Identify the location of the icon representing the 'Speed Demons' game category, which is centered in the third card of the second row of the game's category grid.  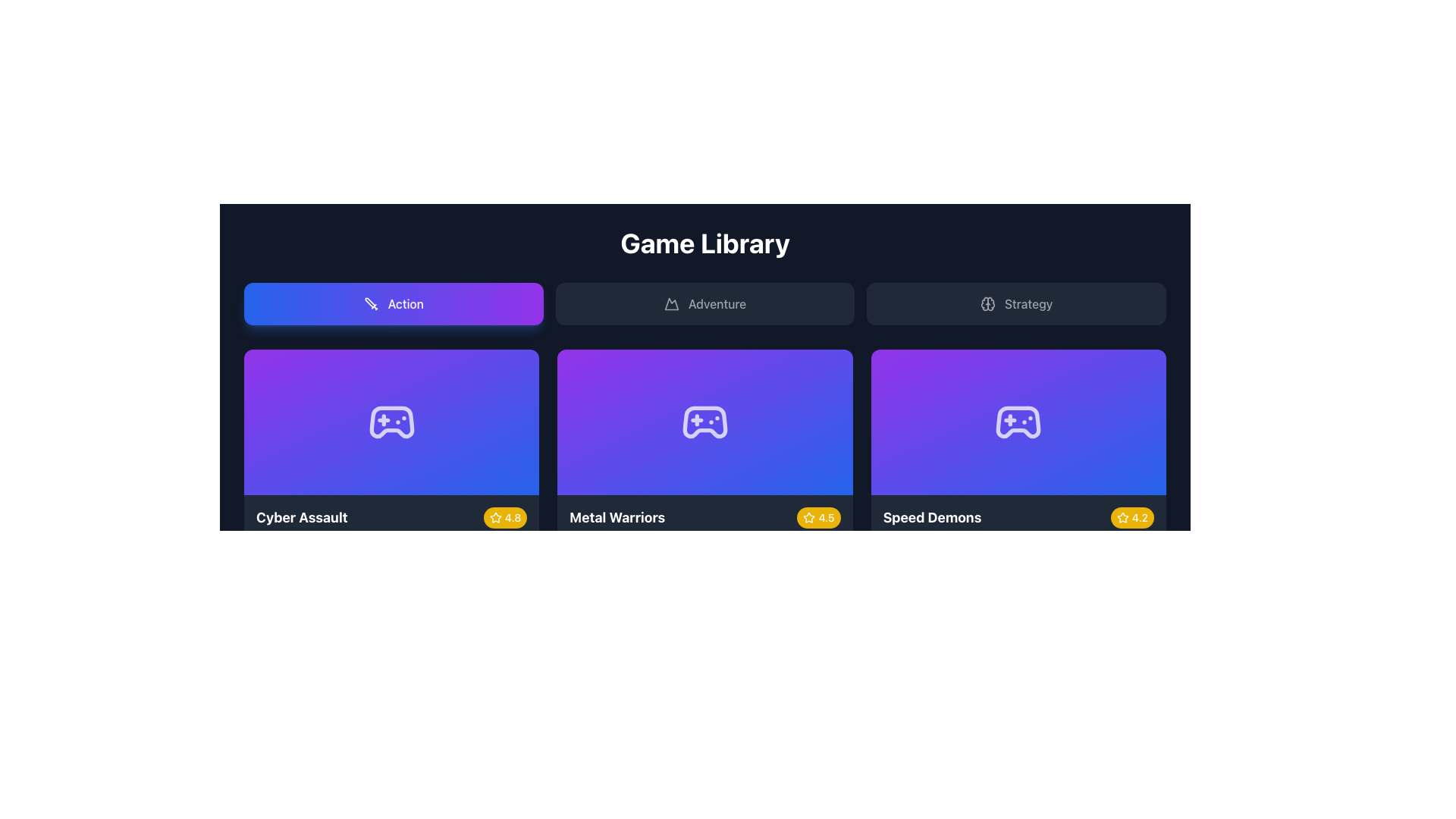
(1018, 422).